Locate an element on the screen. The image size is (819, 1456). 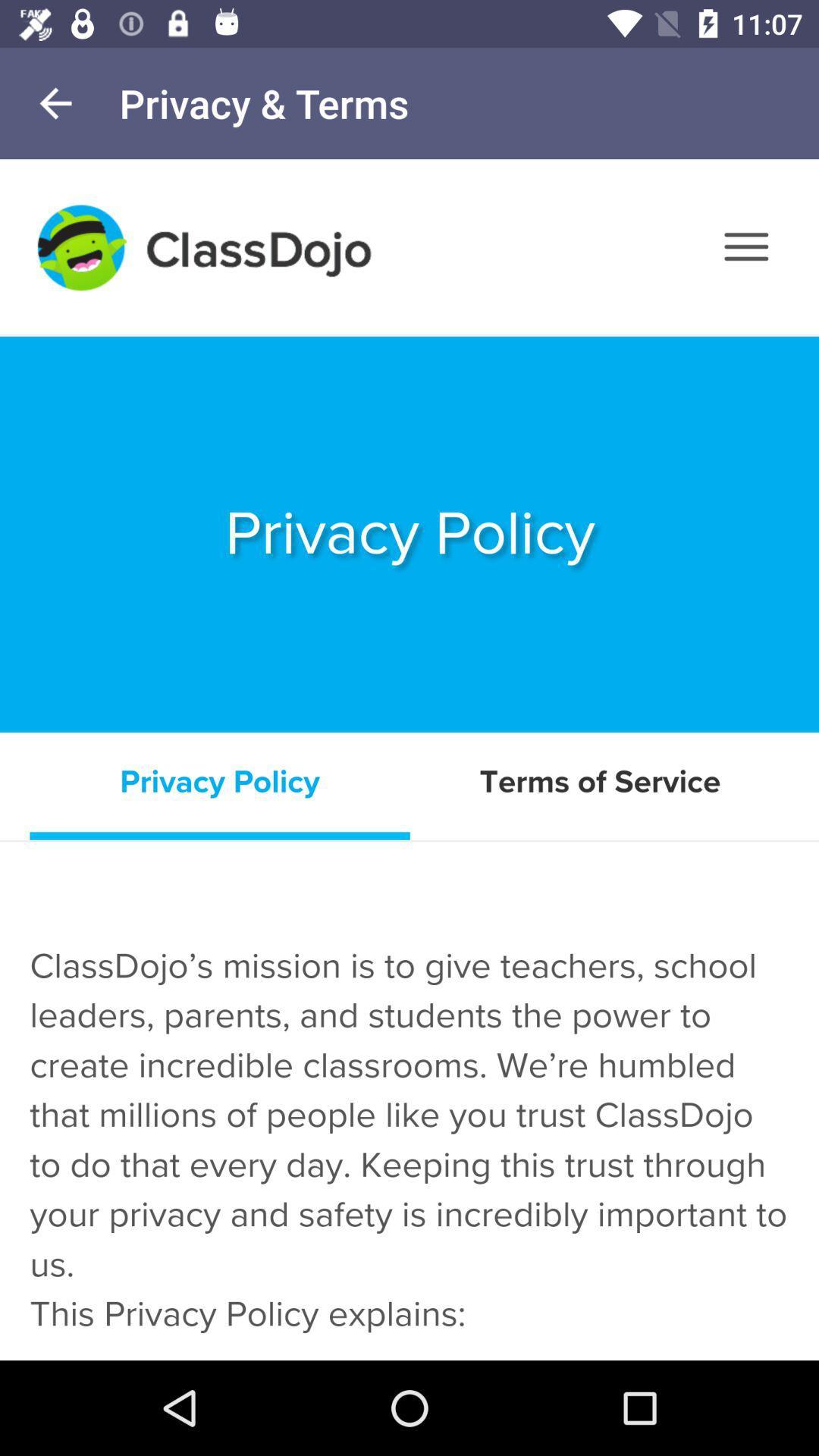
full page with multiple elements is located at coordinates (409, 760).